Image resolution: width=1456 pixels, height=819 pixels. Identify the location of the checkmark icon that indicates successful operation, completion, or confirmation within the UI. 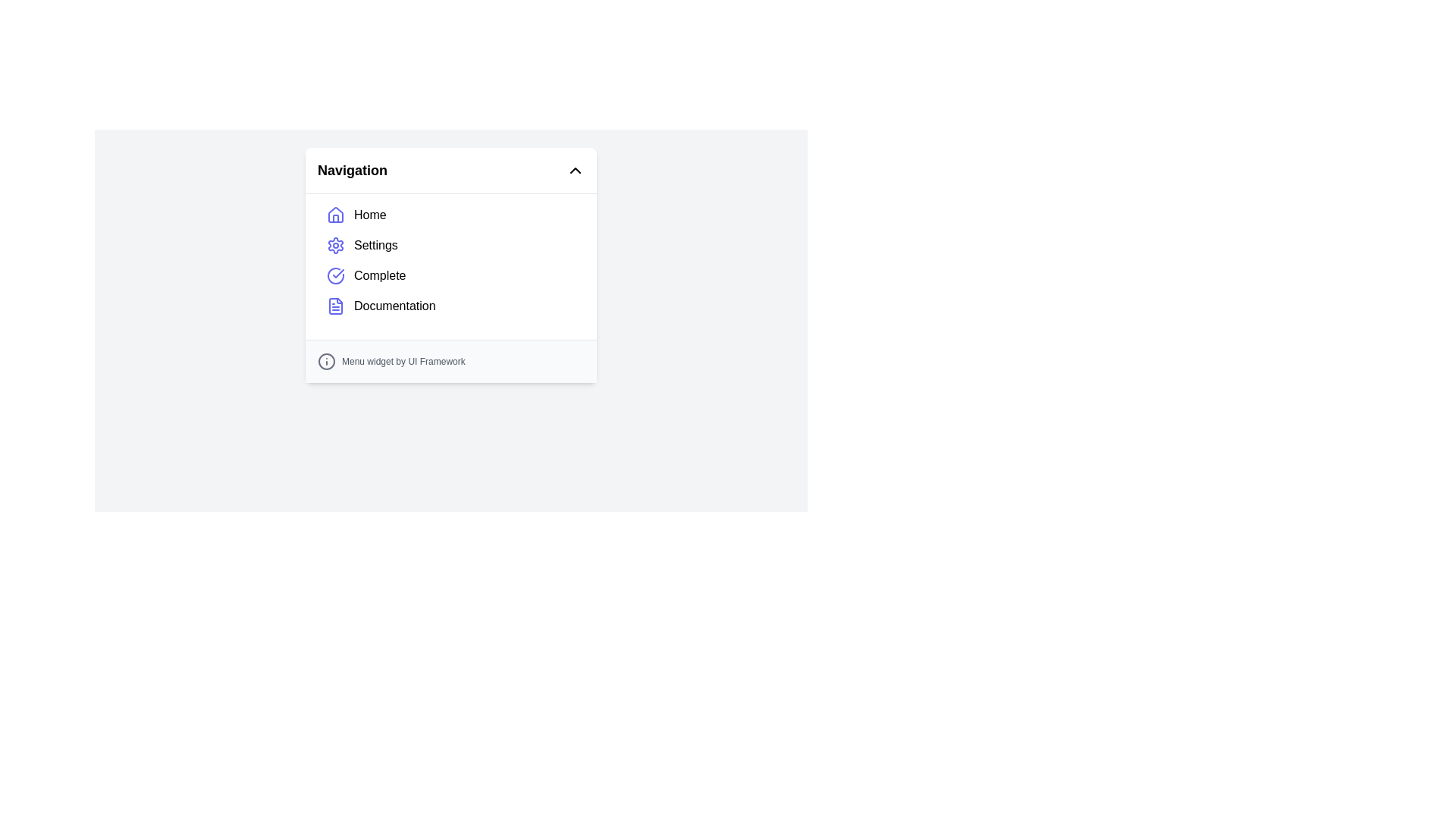
(337, 274).